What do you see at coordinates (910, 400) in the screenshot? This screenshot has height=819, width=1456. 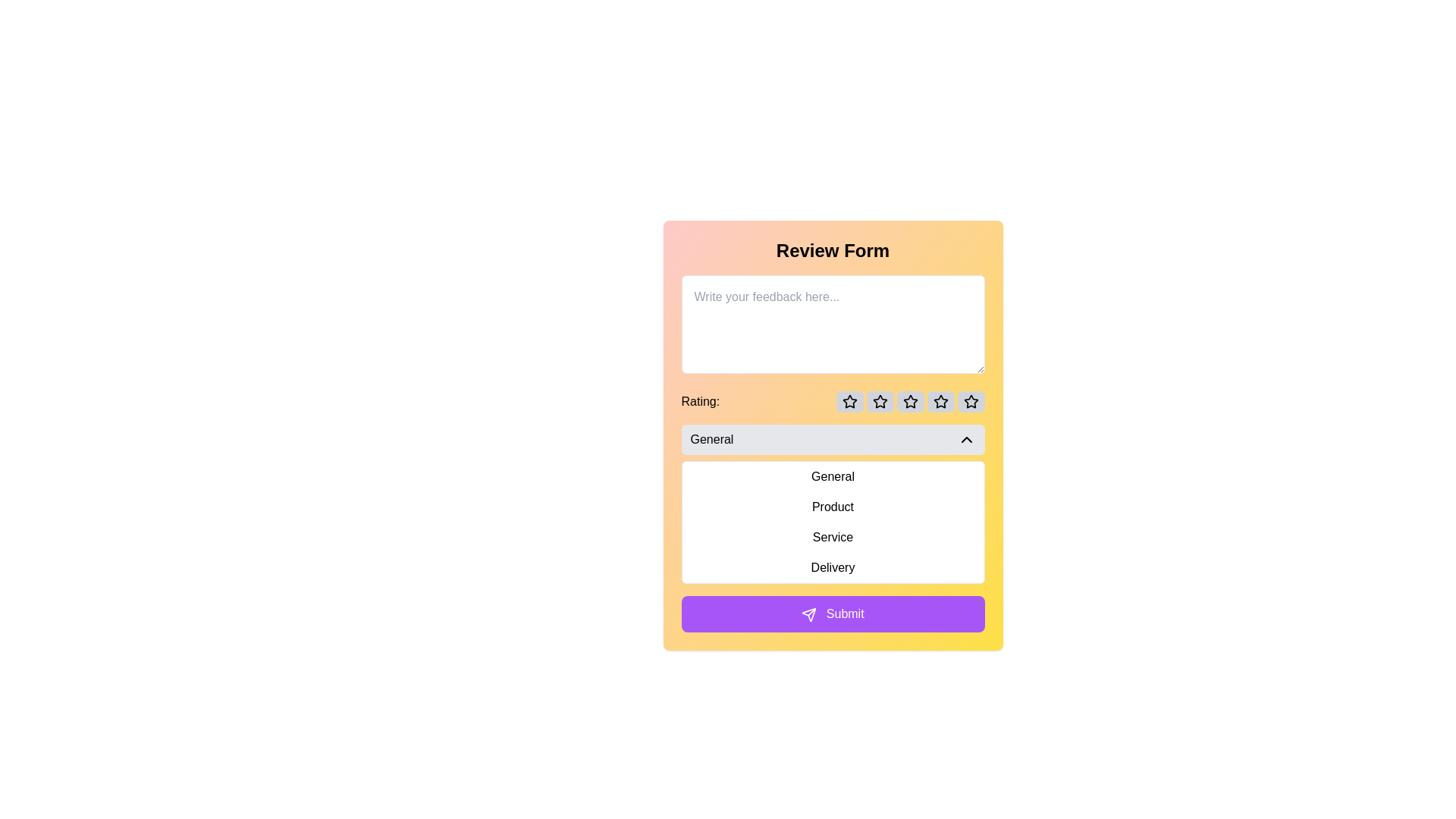 I see `the third star-shaped rating icon` at bounding box center [910, 400].